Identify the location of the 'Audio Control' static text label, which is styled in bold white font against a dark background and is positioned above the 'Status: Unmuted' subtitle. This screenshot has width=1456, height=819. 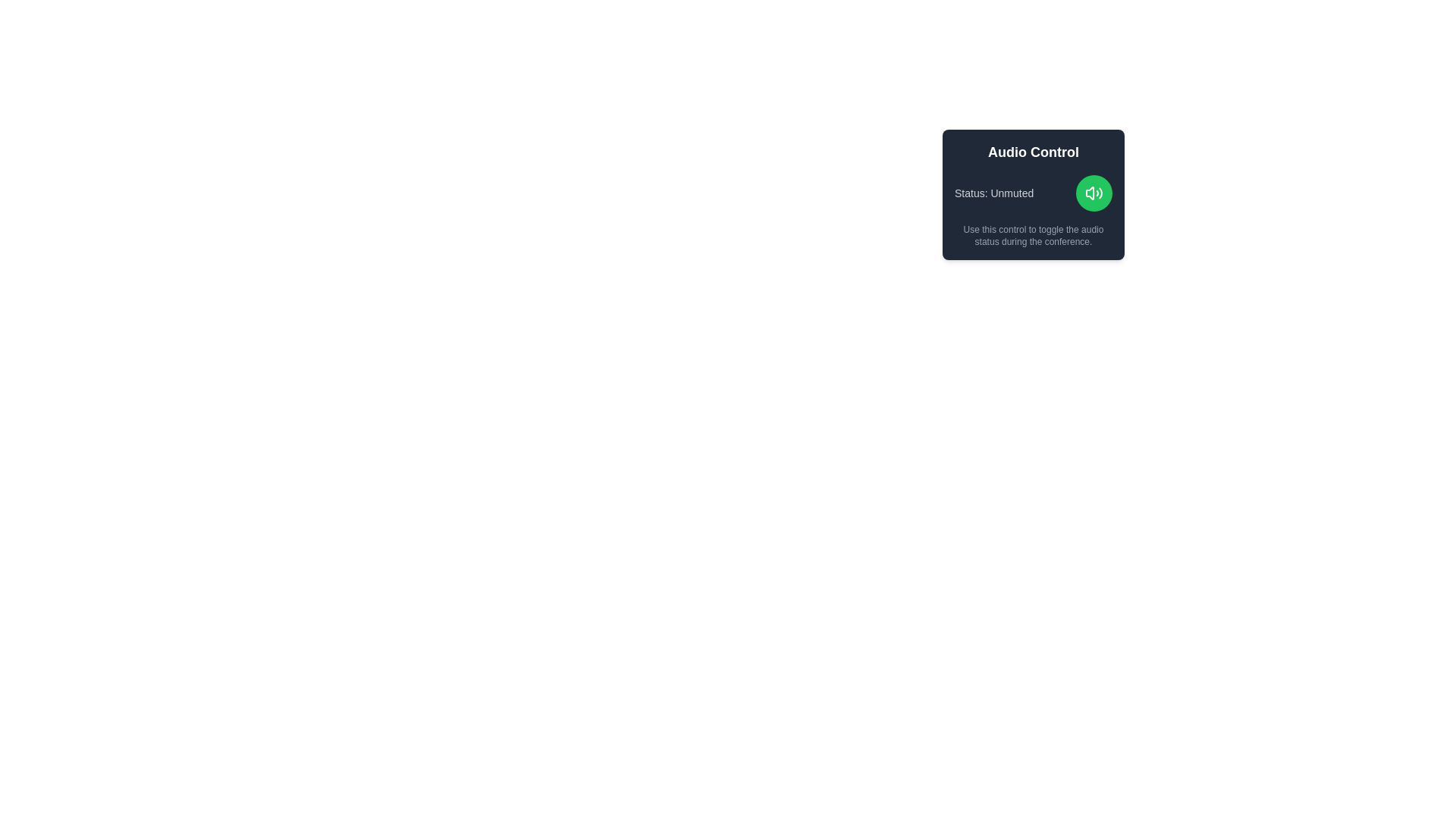
(1033, 152).